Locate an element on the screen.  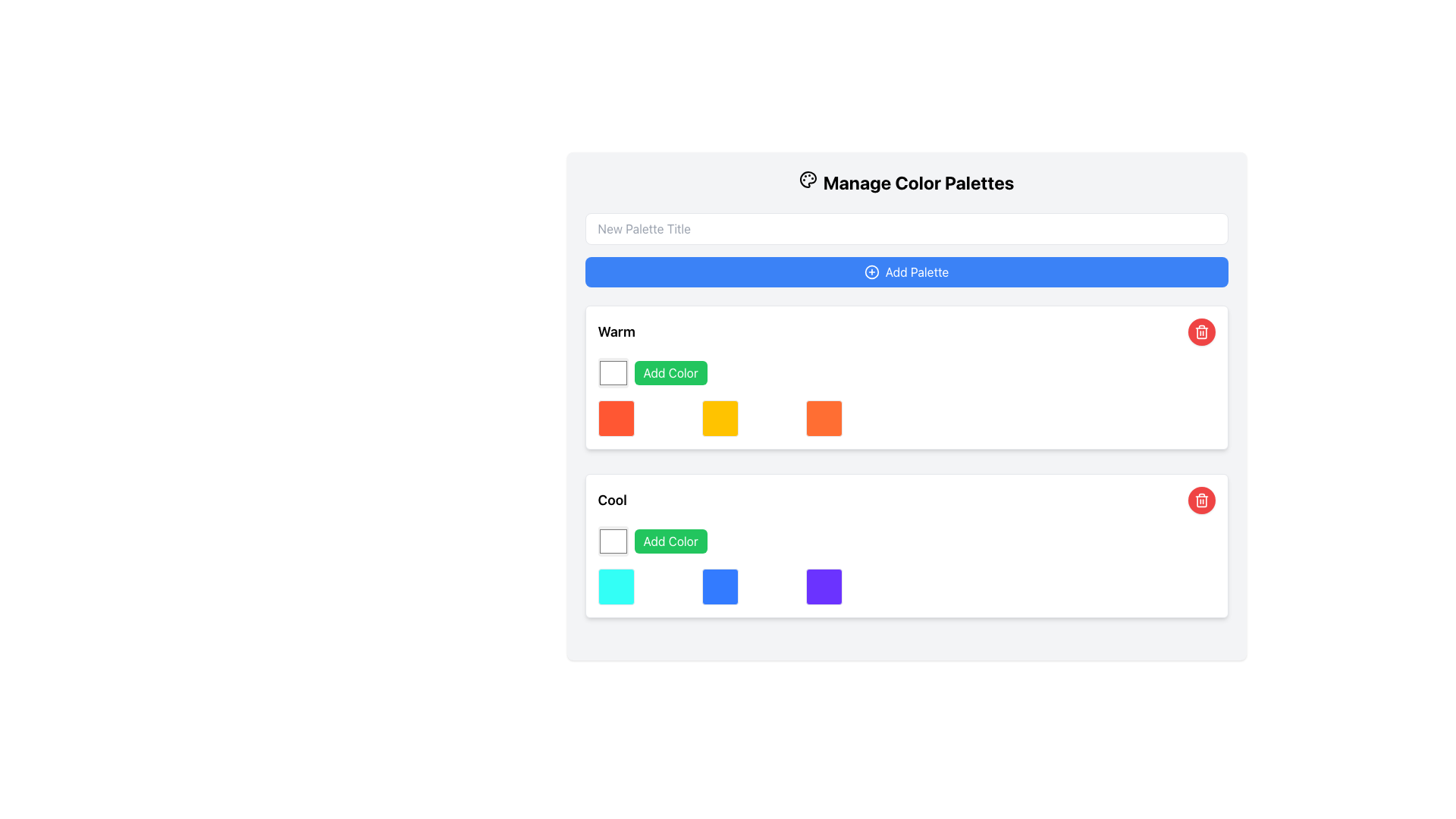
the color swatch representing a sample in the 'Cool' color palette, located as the third box in the row of colored boxes is located at coordinates (823, 586).